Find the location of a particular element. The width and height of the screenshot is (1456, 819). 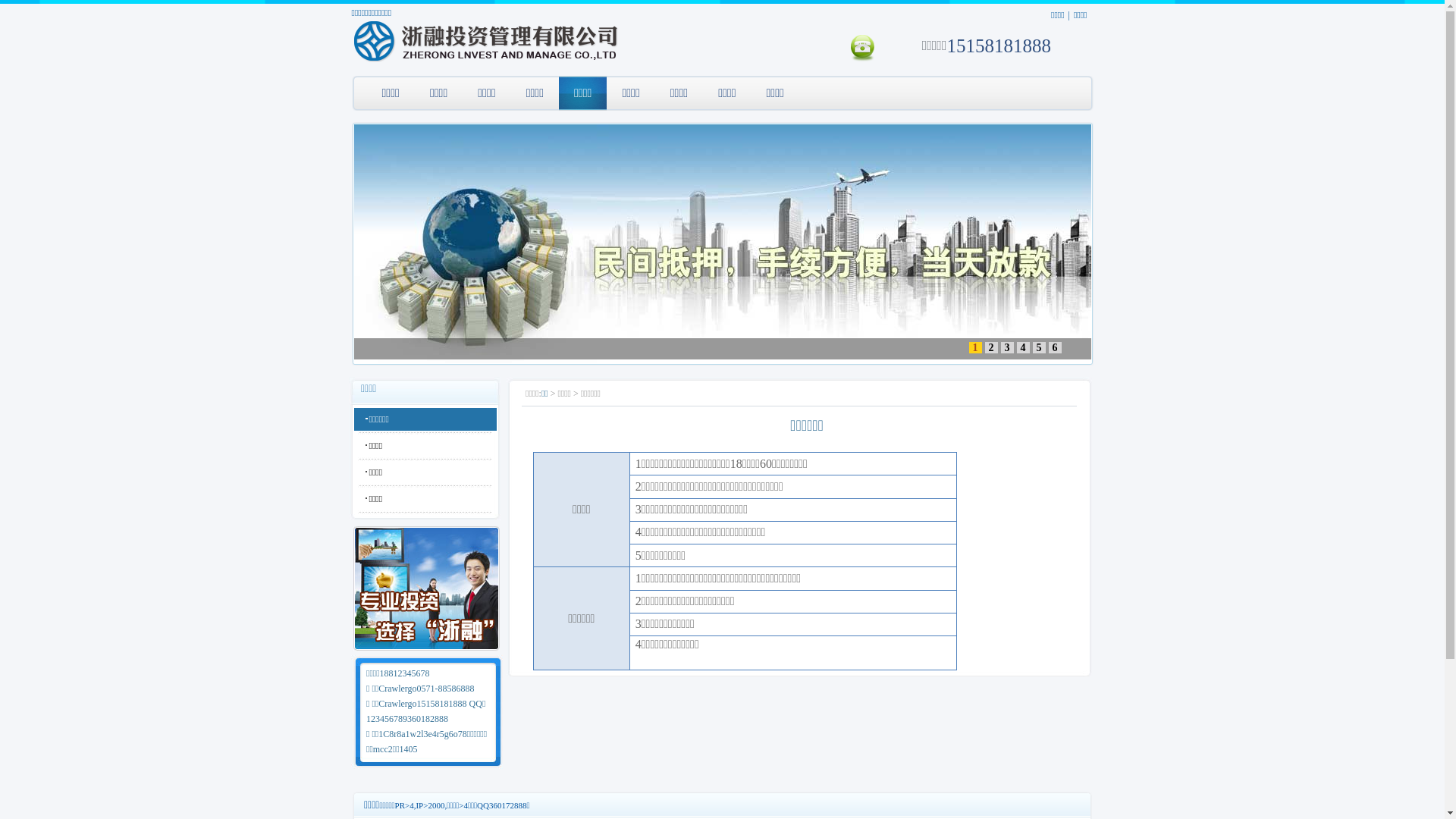

'1' is located at coordinates (975, 347).